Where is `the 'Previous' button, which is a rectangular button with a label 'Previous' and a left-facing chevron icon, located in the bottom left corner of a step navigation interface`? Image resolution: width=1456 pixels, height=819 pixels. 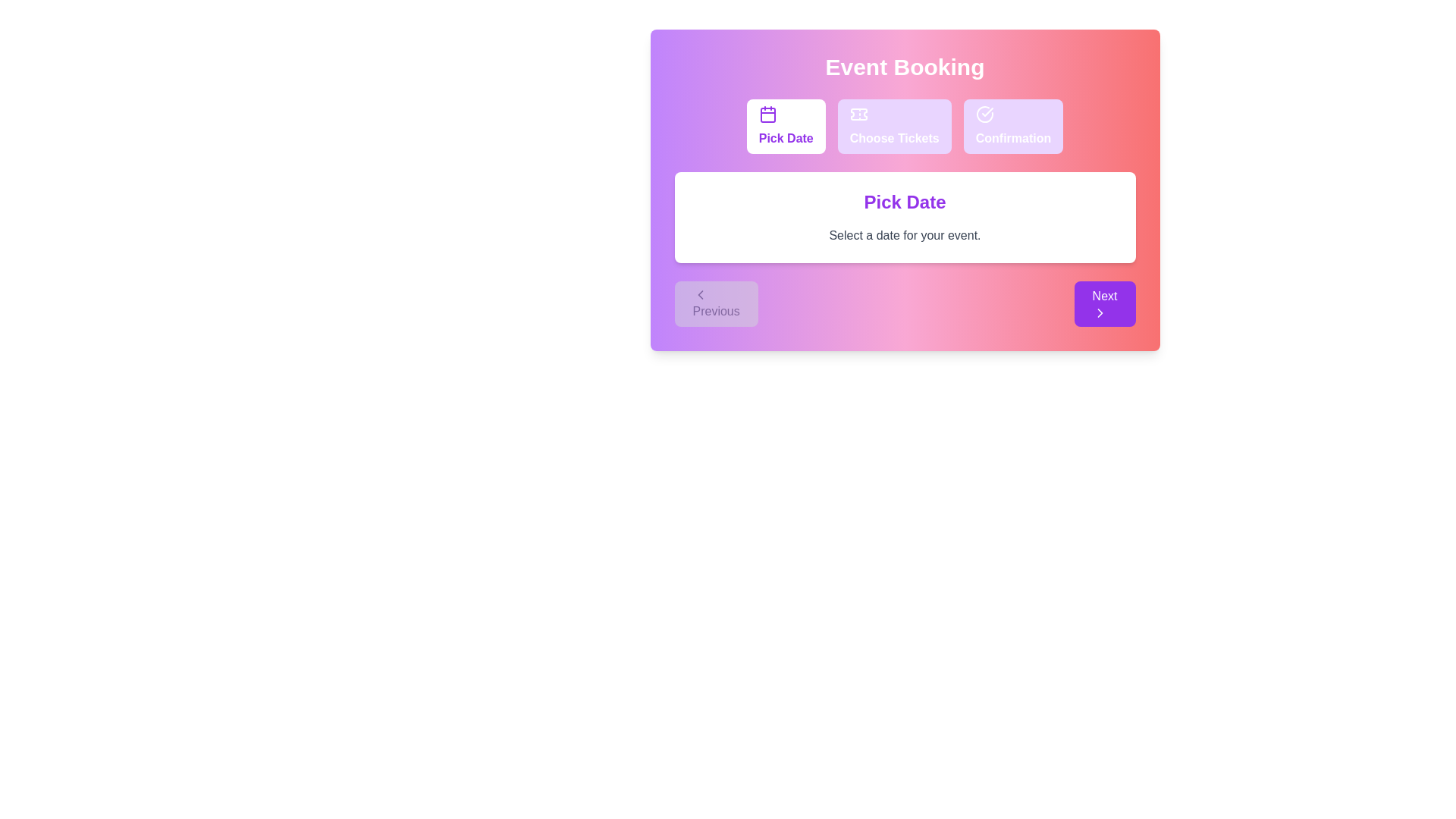
the 'Previous' button, which is a rectangular button with a label 'Previous' and a left-facing chevron icon, located in the bottom left corner of a step navigation interface is located at coordinates (715, 304).